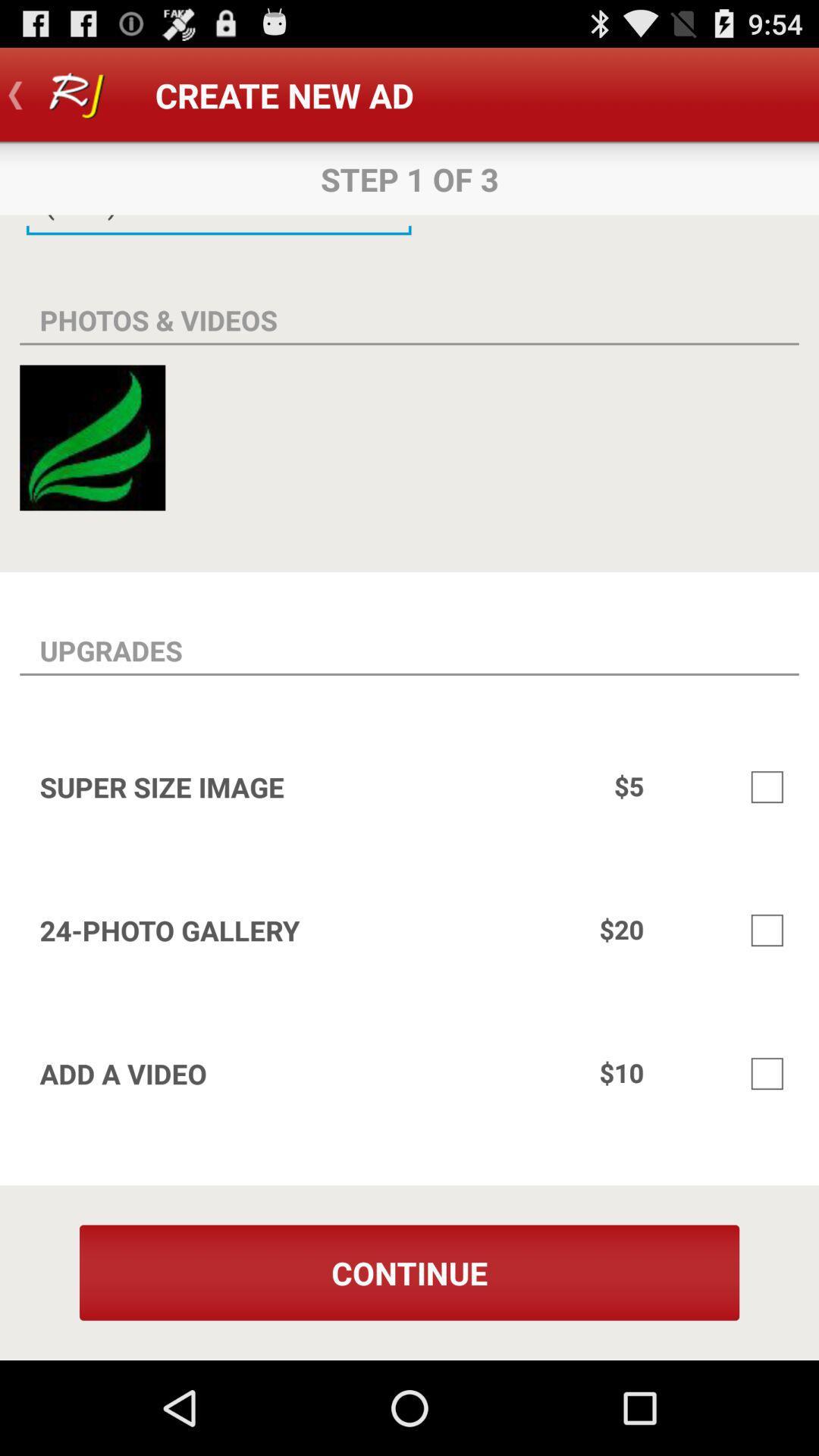 Image resolution: width=819 pixels, height=1456 pixels. Describe the element at coordinates (767, 930) in the screenshot. I see `choose 24-photo gallery option` at that location.